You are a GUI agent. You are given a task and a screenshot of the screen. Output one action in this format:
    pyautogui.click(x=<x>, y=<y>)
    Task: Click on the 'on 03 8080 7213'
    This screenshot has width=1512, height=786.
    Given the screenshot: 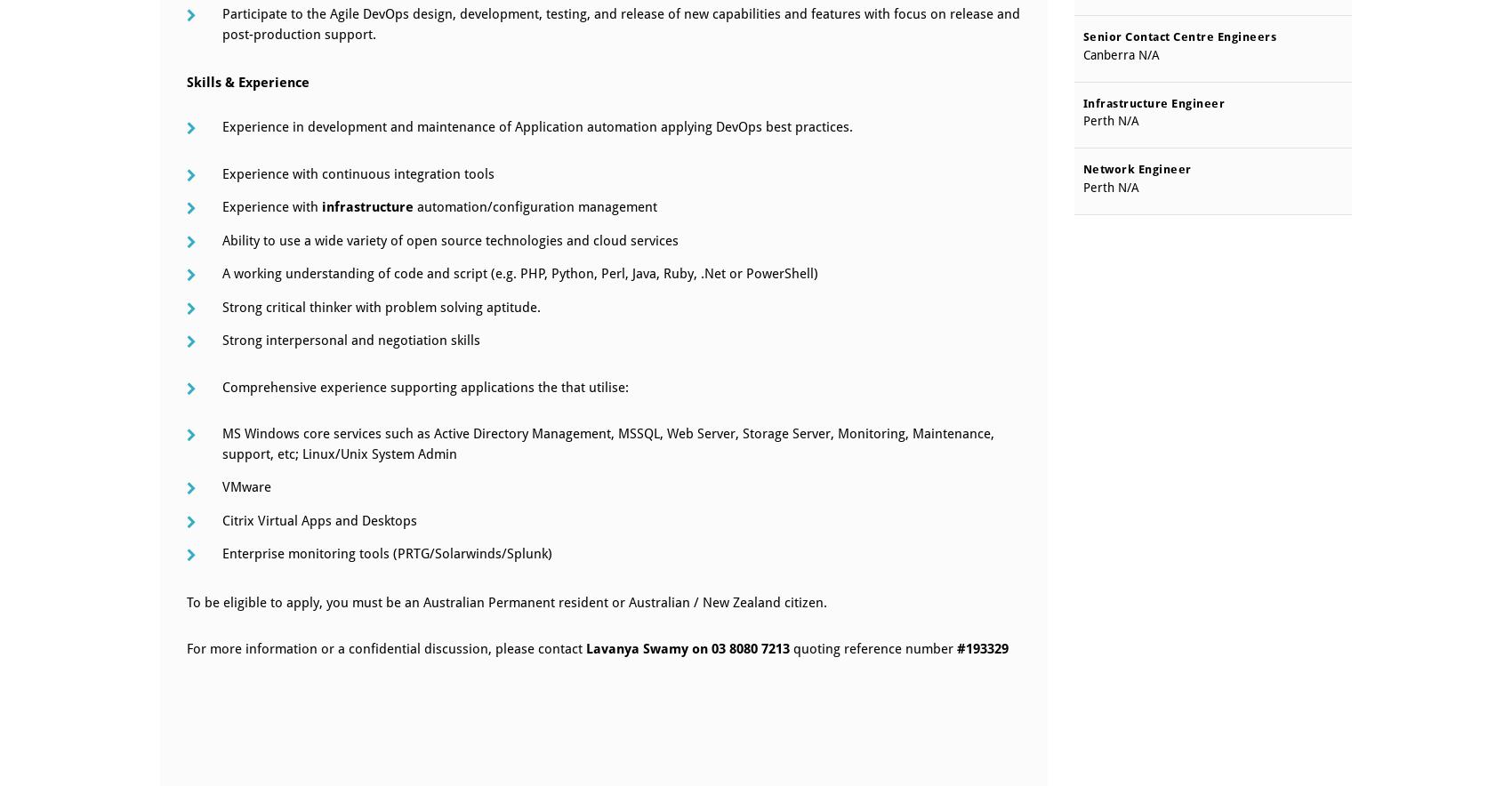 What is the action you would take?
    pyautogui.click(x=740, y=647)
    